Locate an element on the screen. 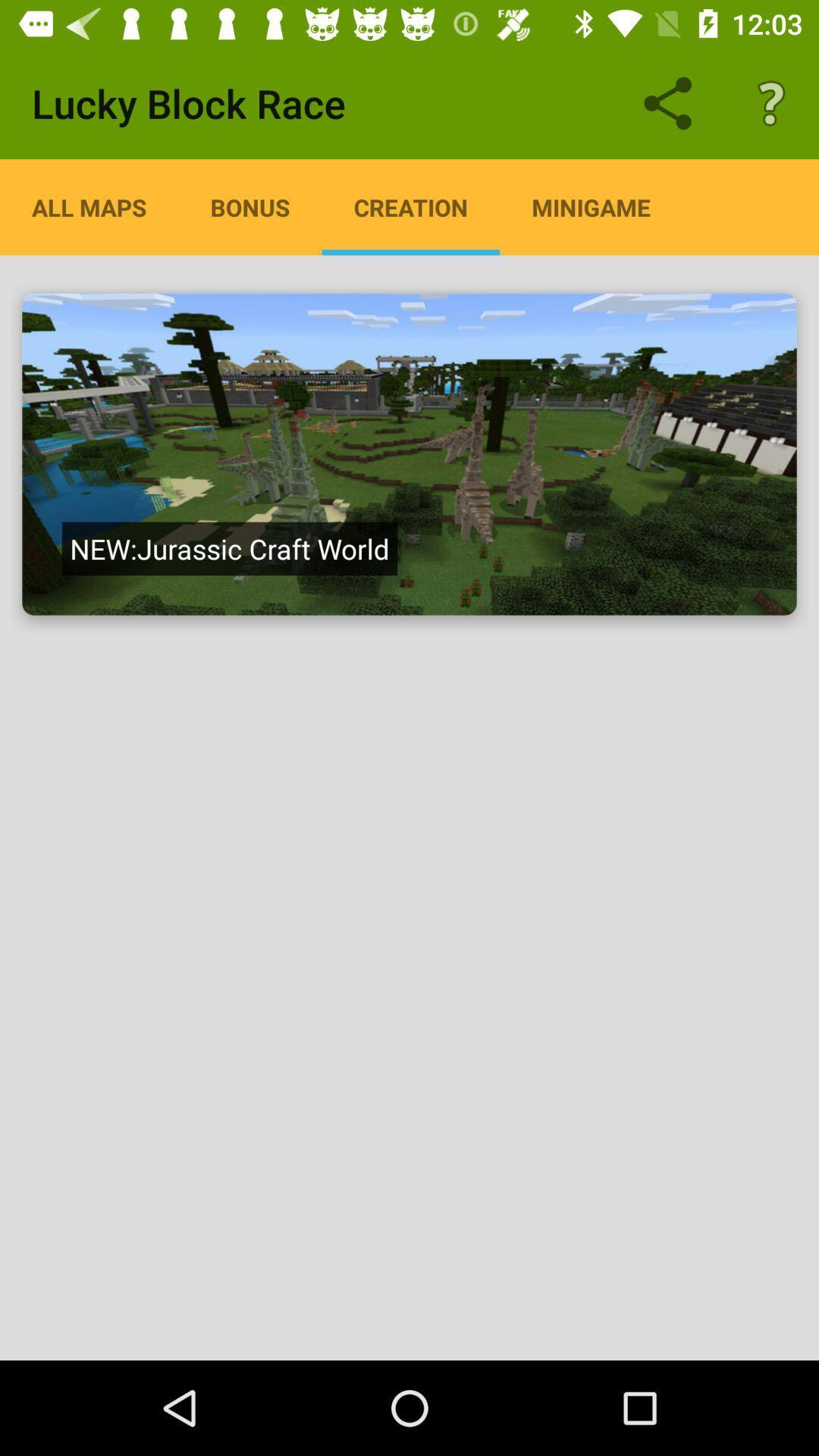  the creation icon is located at coordinates (410, 206).